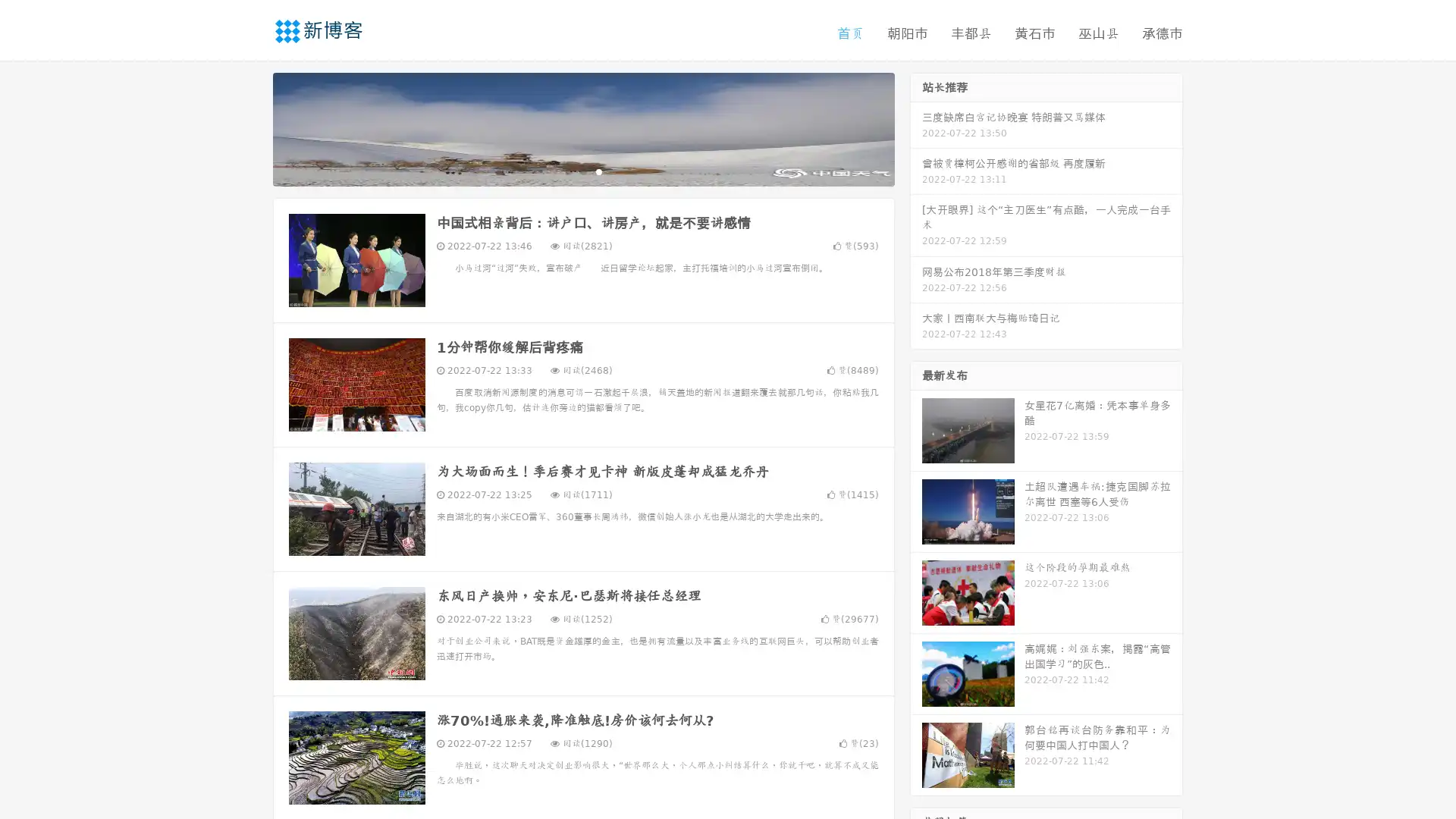 This screenshot has height=819, width=1456. I want to click on Go to slide 3, so click(598, 171).